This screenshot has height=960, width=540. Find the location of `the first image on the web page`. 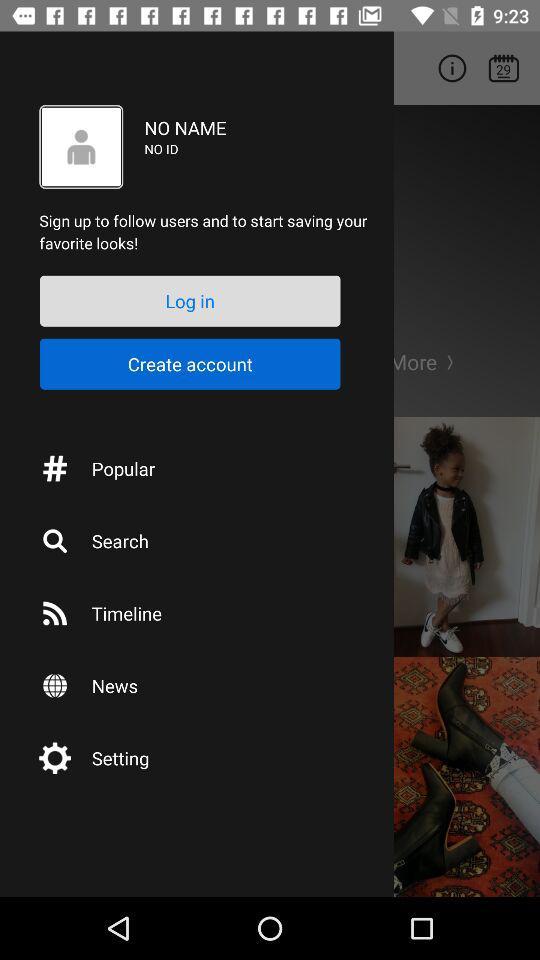

the first image on the web page is located at coordinates (449, 536).